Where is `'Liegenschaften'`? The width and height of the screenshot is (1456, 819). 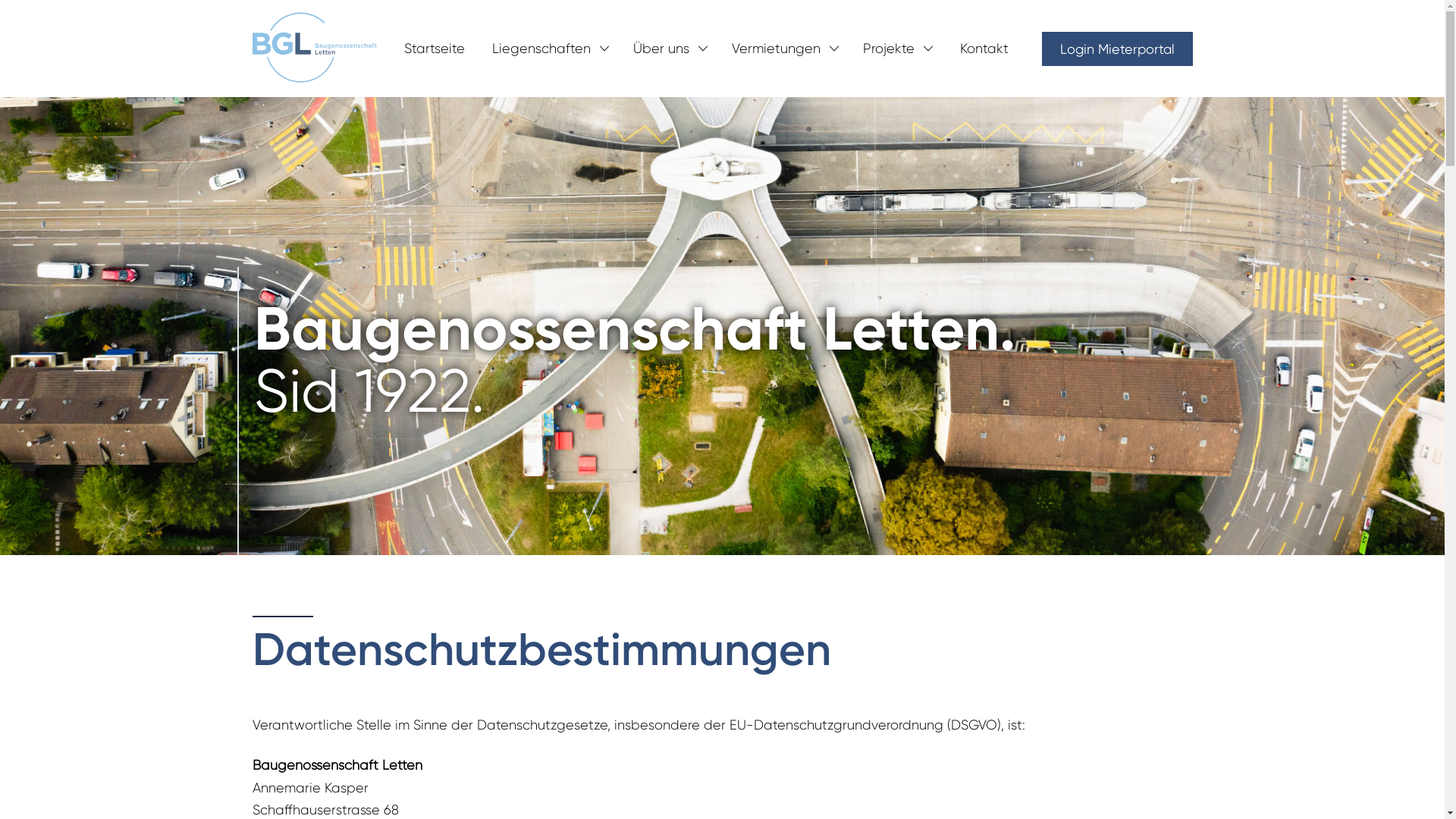 'Liegenschaften' is located at coordinates (541, 47).